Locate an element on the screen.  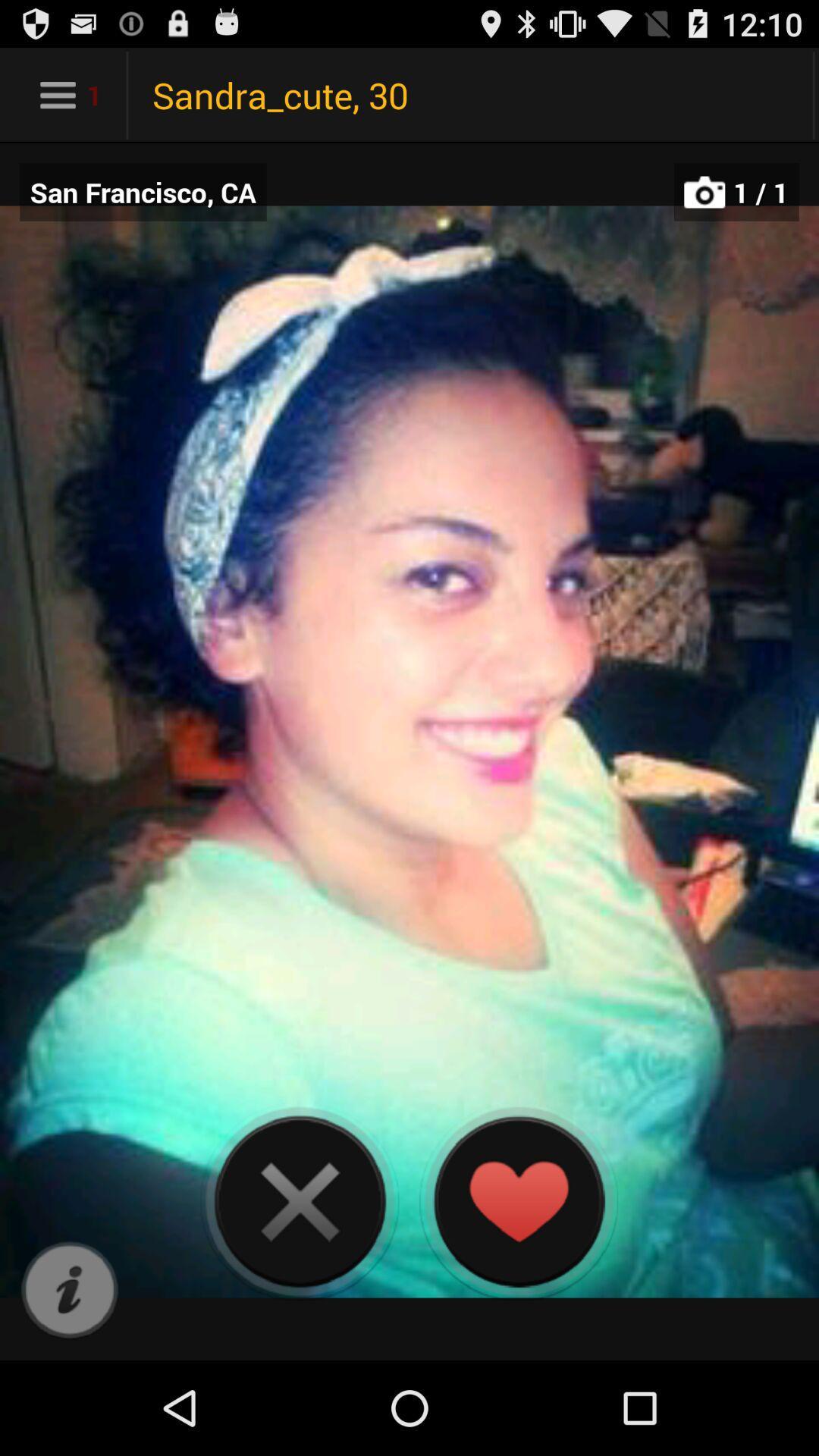
information icon is located at coordinates (69, 1290).